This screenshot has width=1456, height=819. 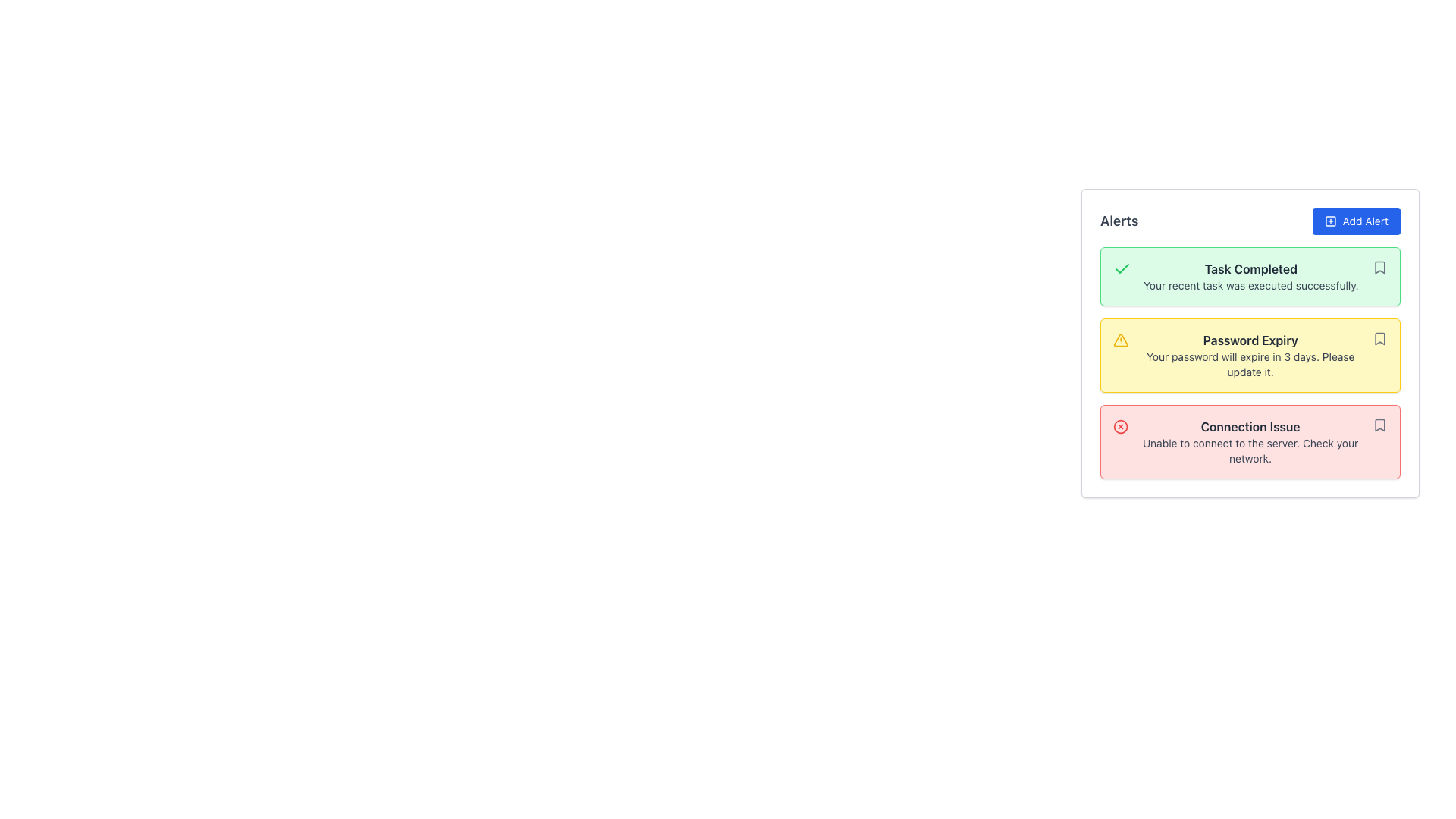 What do you see at coordinates (1250, 356) in the screenshot?
I see `the Notification card with a yellow background and a warning icon, titled 'Password Expiry', which is the second card in the vertical stack of notifications` at bounding box center [1250, 356].